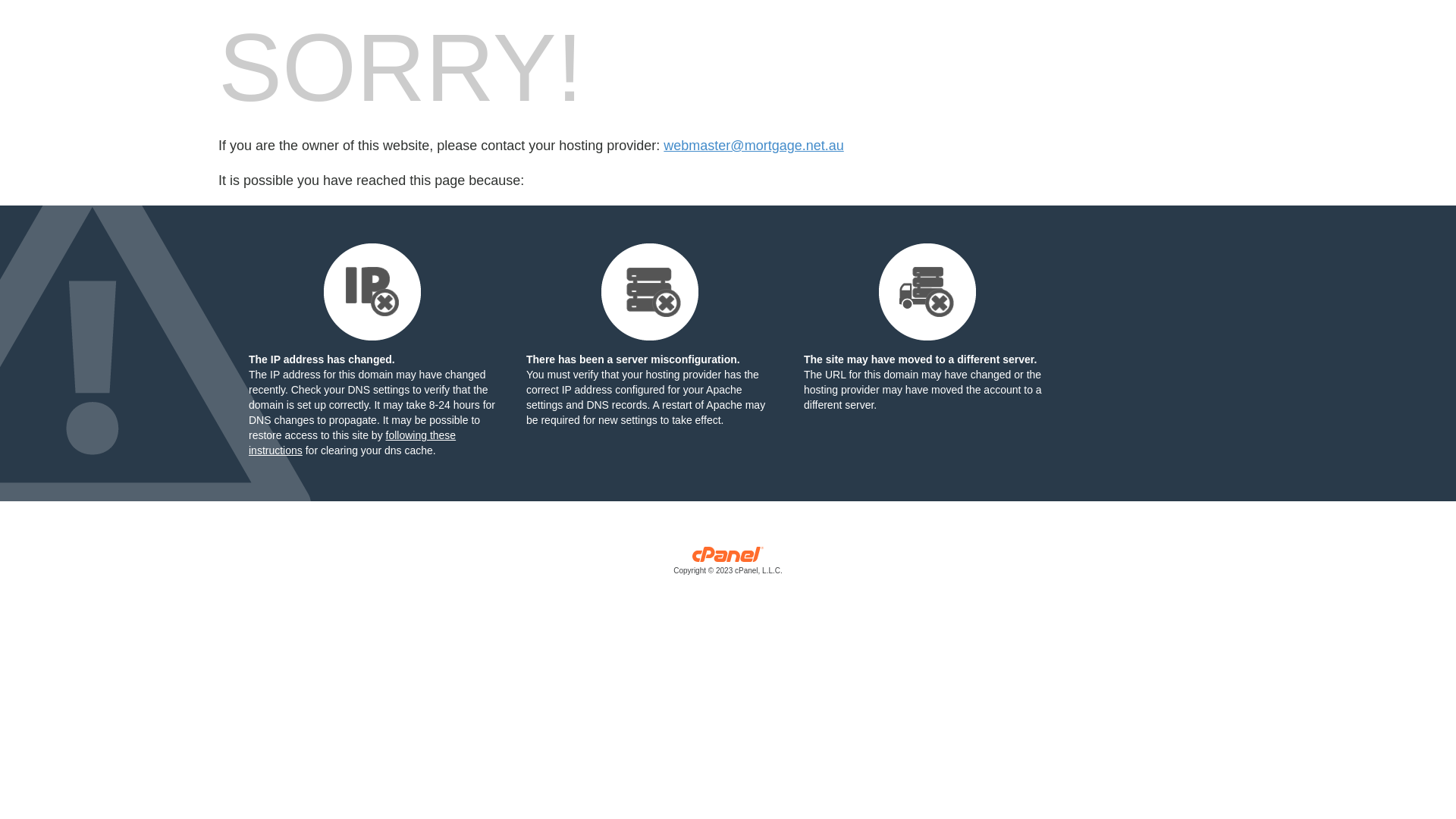  What do you see at coordinates (663, 146) in the screenshot?
I see `'webmaster@mortgage.net.au'` at bounding box center [663, 146].